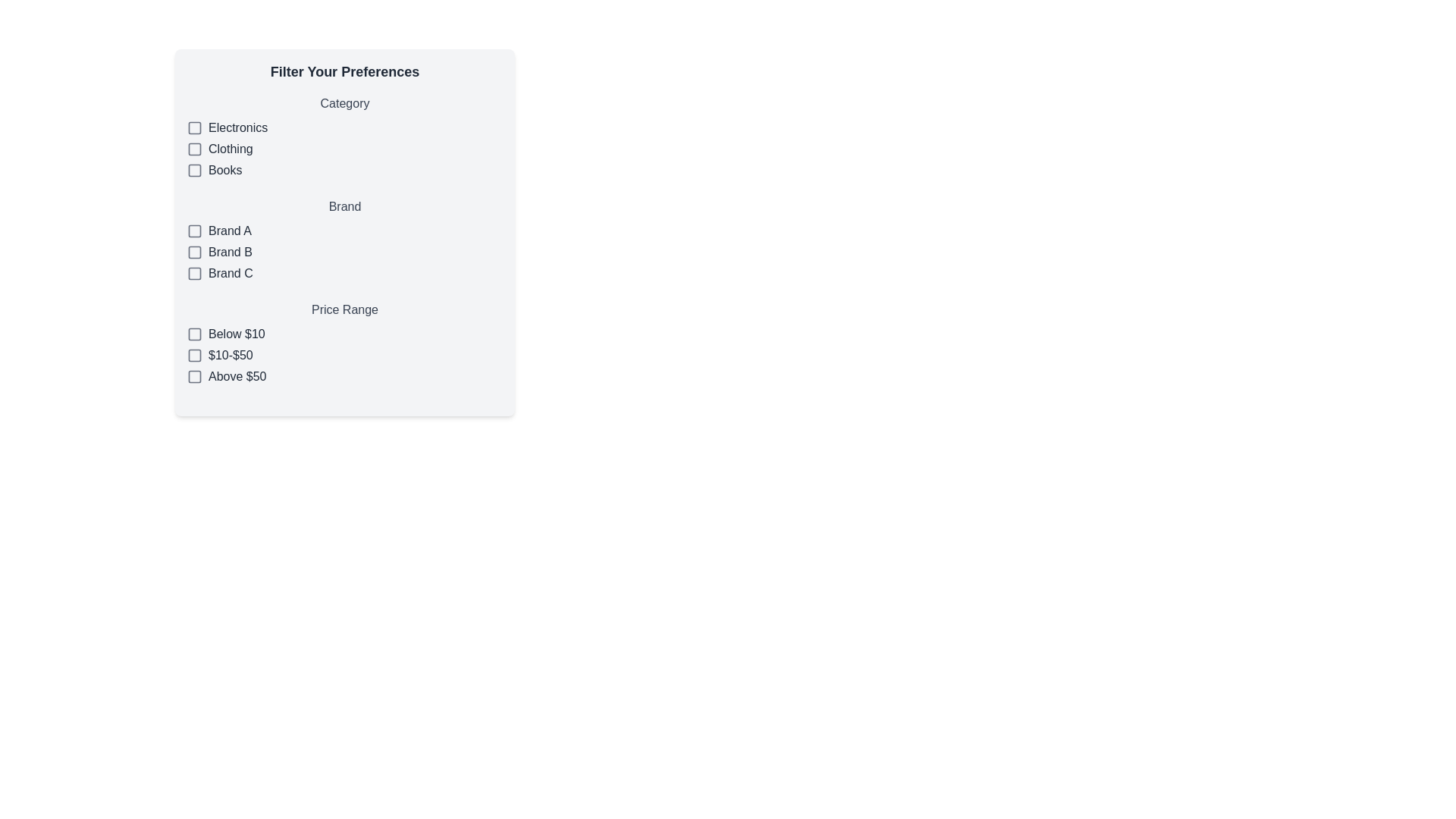 Image resolution: width=1456 pixels, height=819 pixels. I want to click on the 'Below $10' checkbox located under the 'Price Range' label, so click(194, 333).